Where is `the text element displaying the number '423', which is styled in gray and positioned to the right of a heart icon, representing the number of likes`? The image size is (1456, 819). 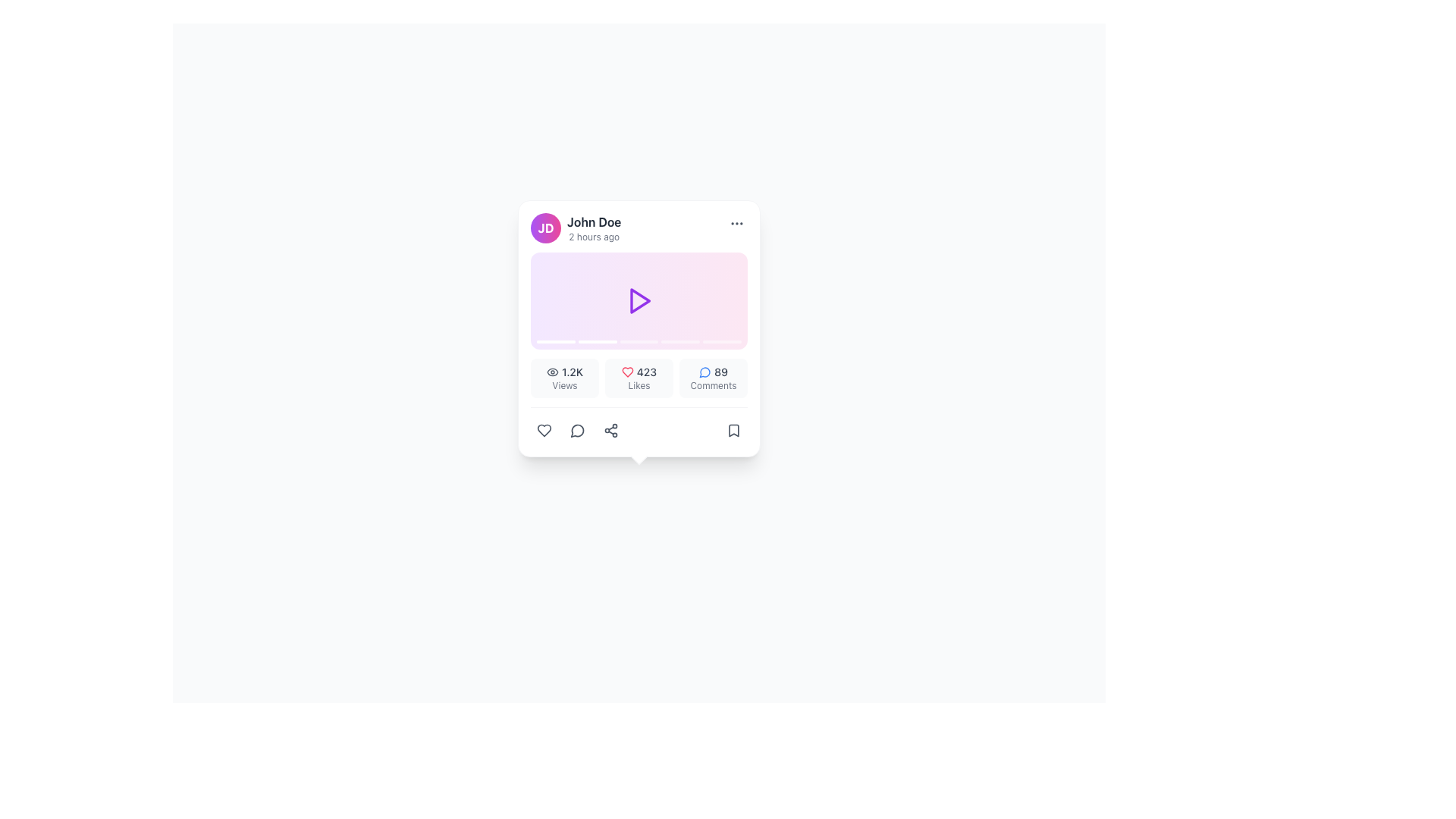
the text element displaying the number '423', which is styled in gray and positioned to the right of a heart icon, representing the number of likes is located at coordinates (647, 372).